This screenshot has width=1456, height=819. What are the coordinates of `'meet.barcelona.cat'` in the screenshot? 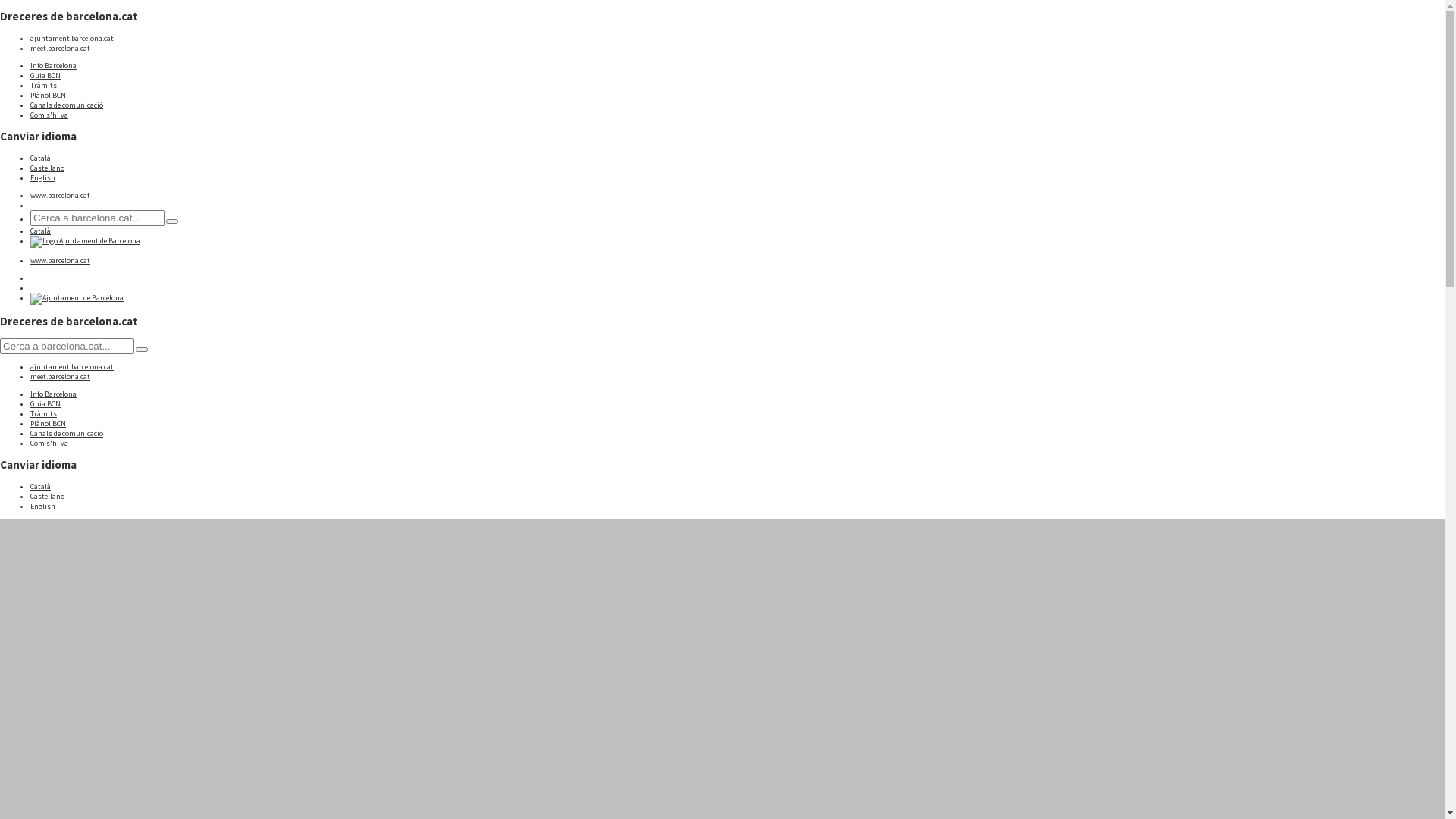 It's located at (60, 375).